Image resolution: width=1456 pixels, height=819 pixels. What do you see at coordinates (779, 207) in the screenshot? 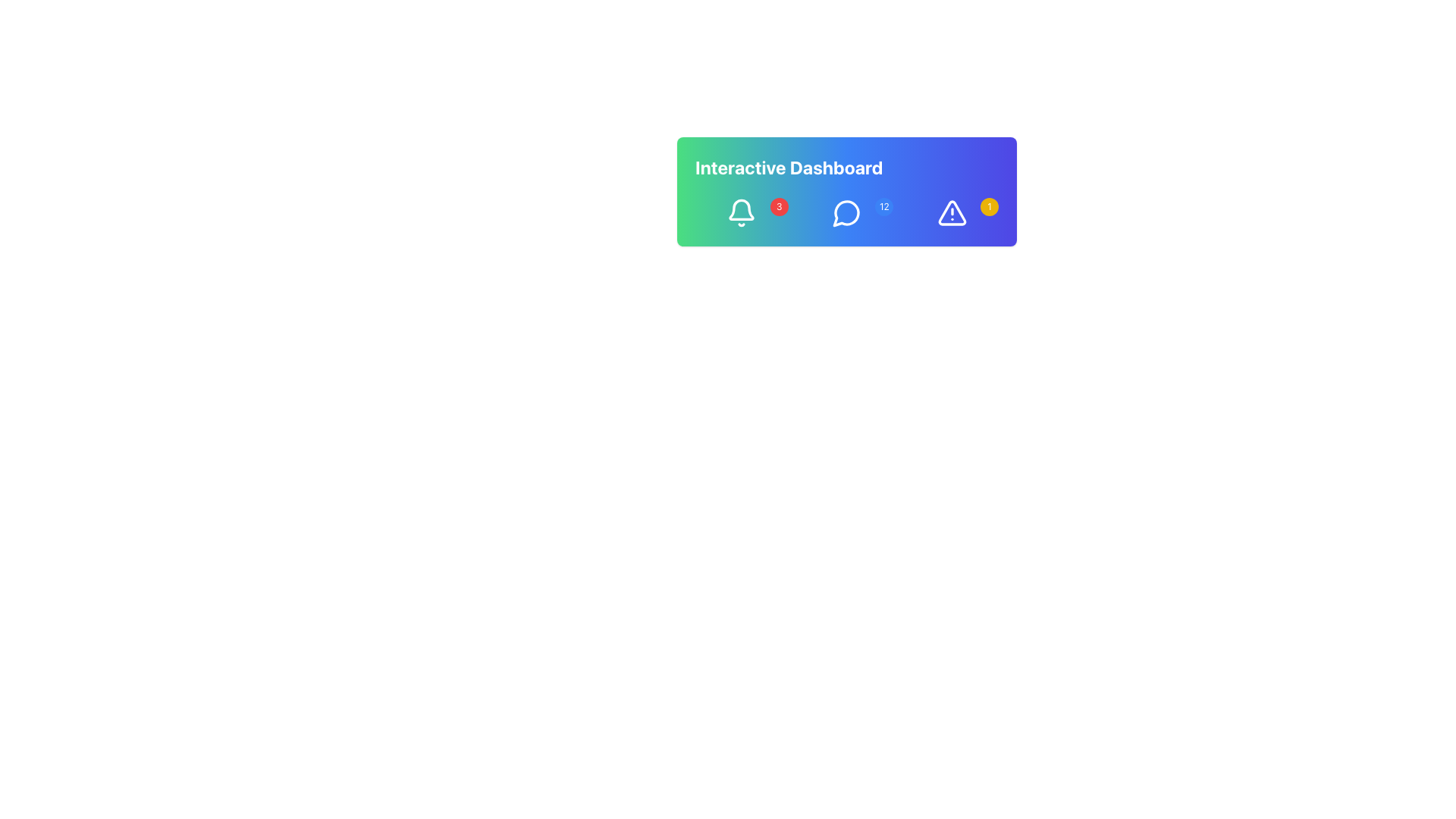
I see `the notification badge positioned in the top-right corner of the bell icon` at bounding box center [779, 207].